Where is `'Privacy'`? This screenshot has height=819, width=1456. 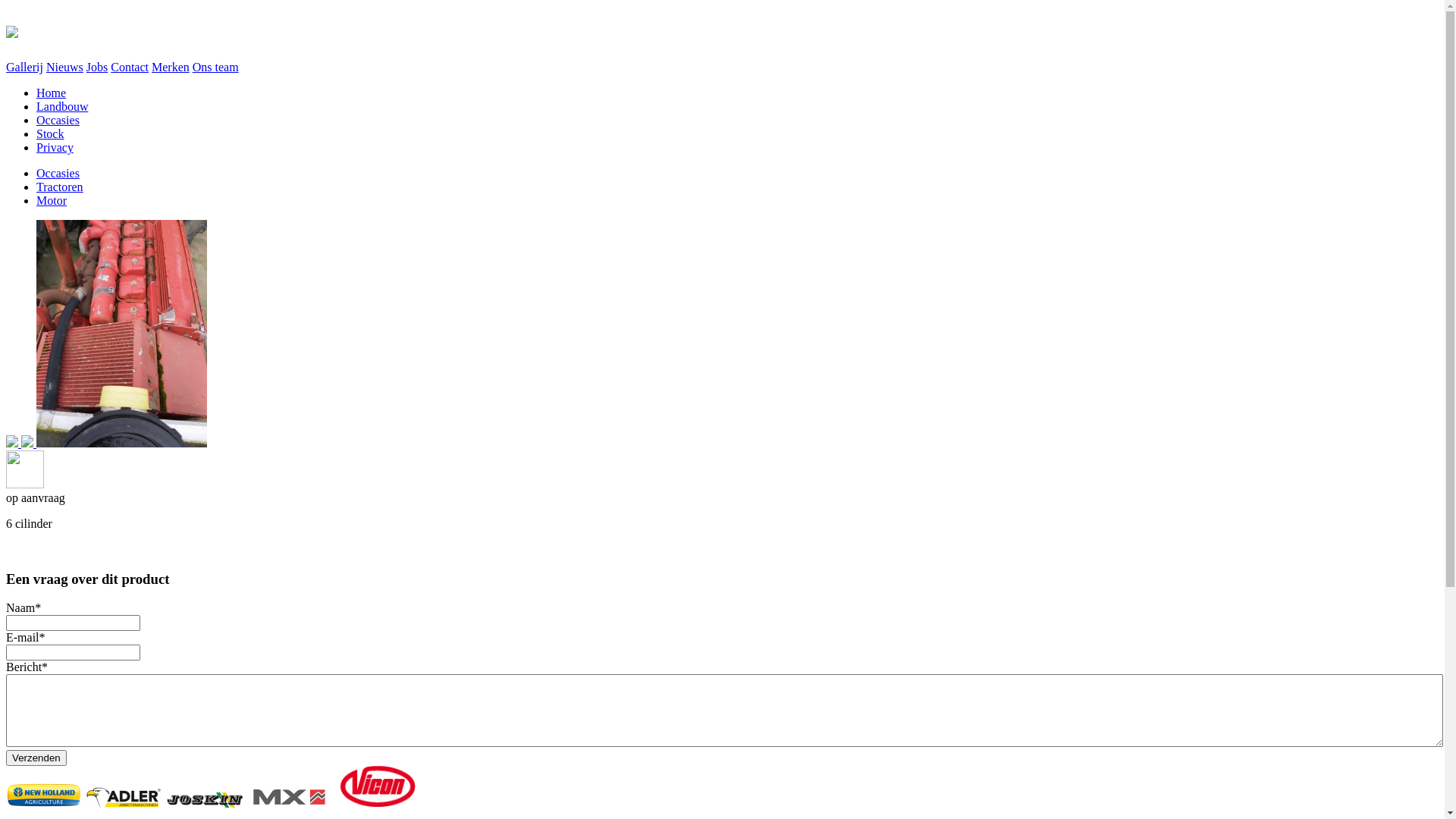
'Privacy' is located at coordinates (55, 147).